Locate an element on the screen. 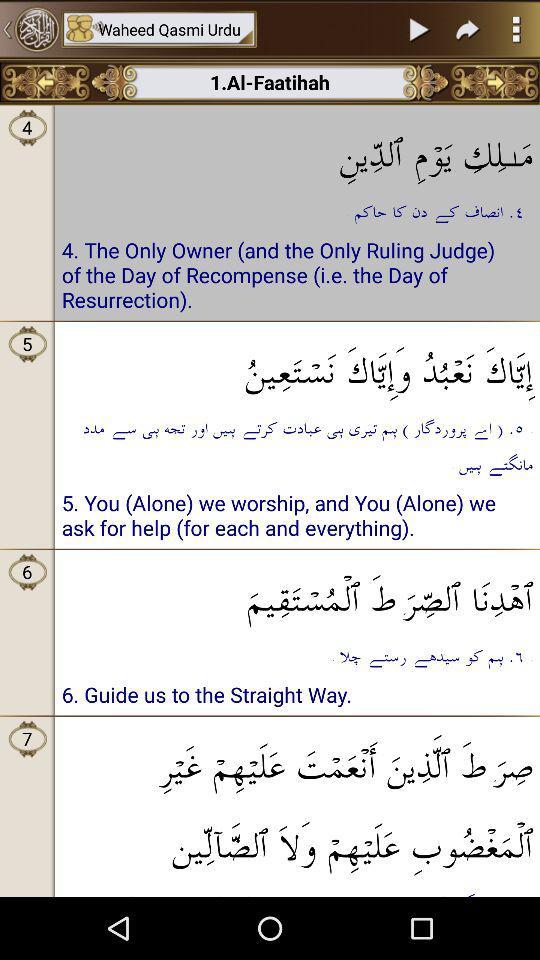  previous page is located at coordinates (45, 82).